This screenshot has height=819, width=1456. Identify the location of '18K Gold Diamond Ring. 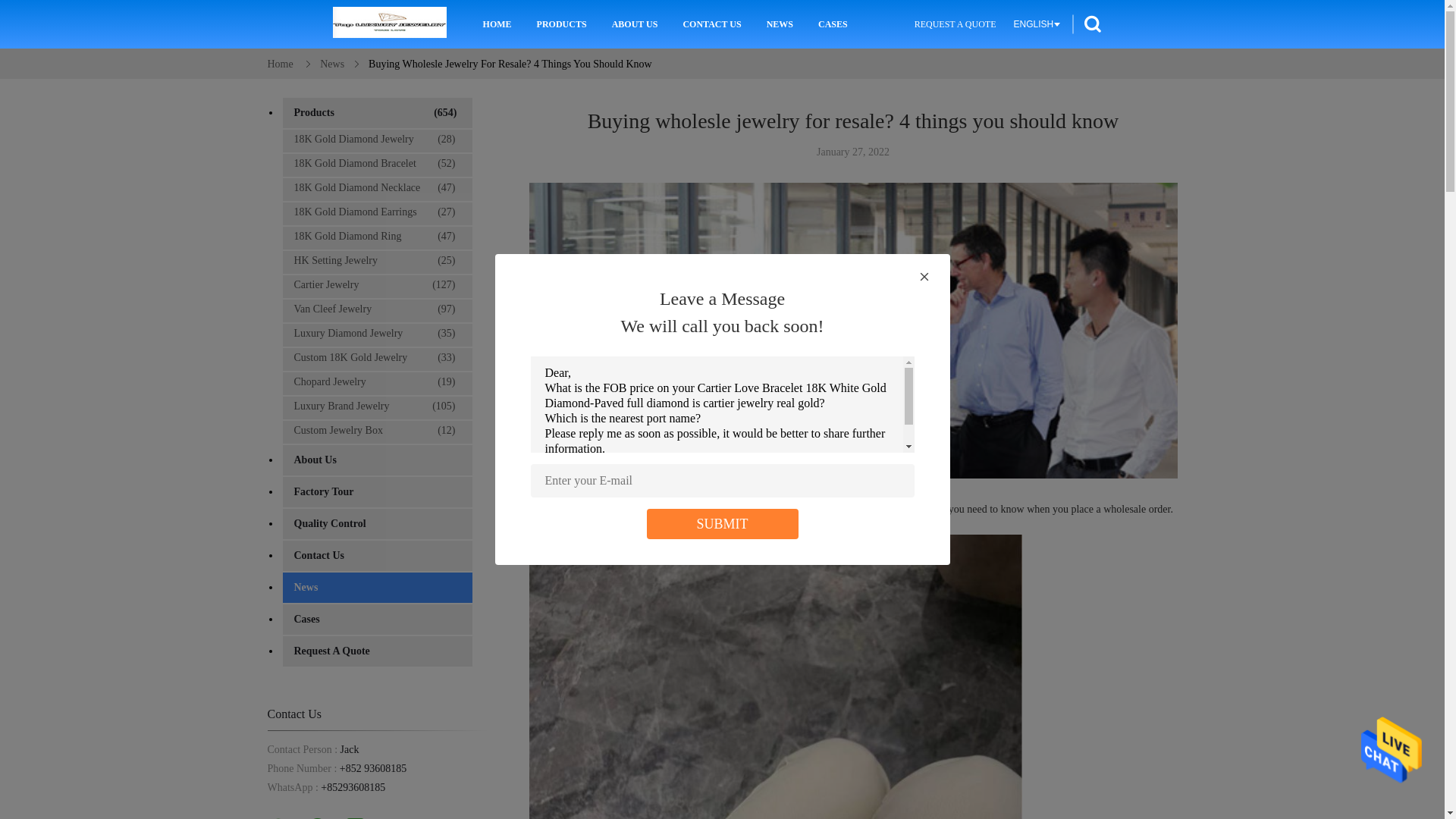
(375, 237).